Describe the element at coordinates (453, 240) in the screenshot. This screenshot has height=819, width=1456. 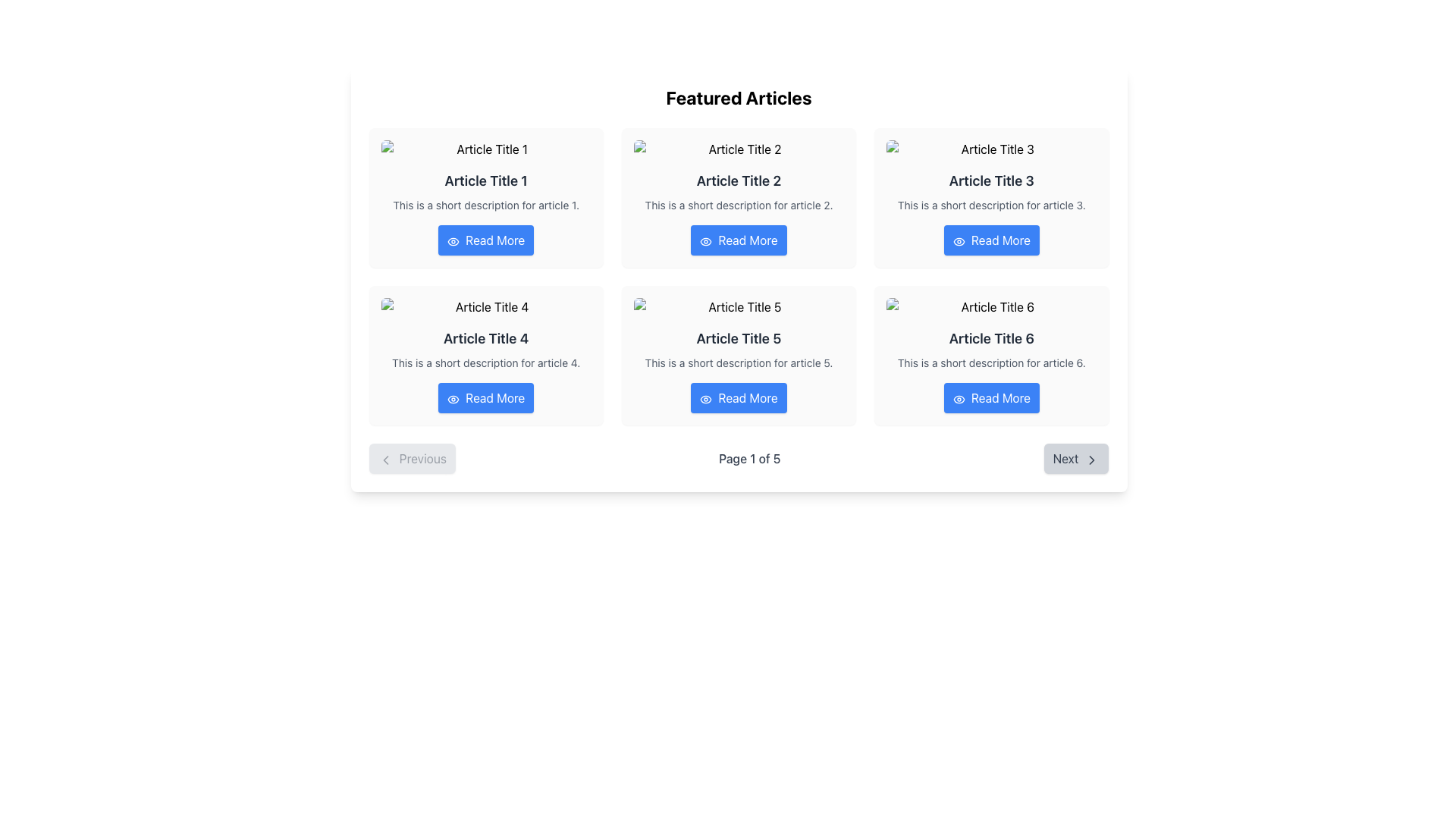
I see `the eye icon located to the left of the 'Read More' text within the button, which is styled with a blue background and white strokes` at that location.